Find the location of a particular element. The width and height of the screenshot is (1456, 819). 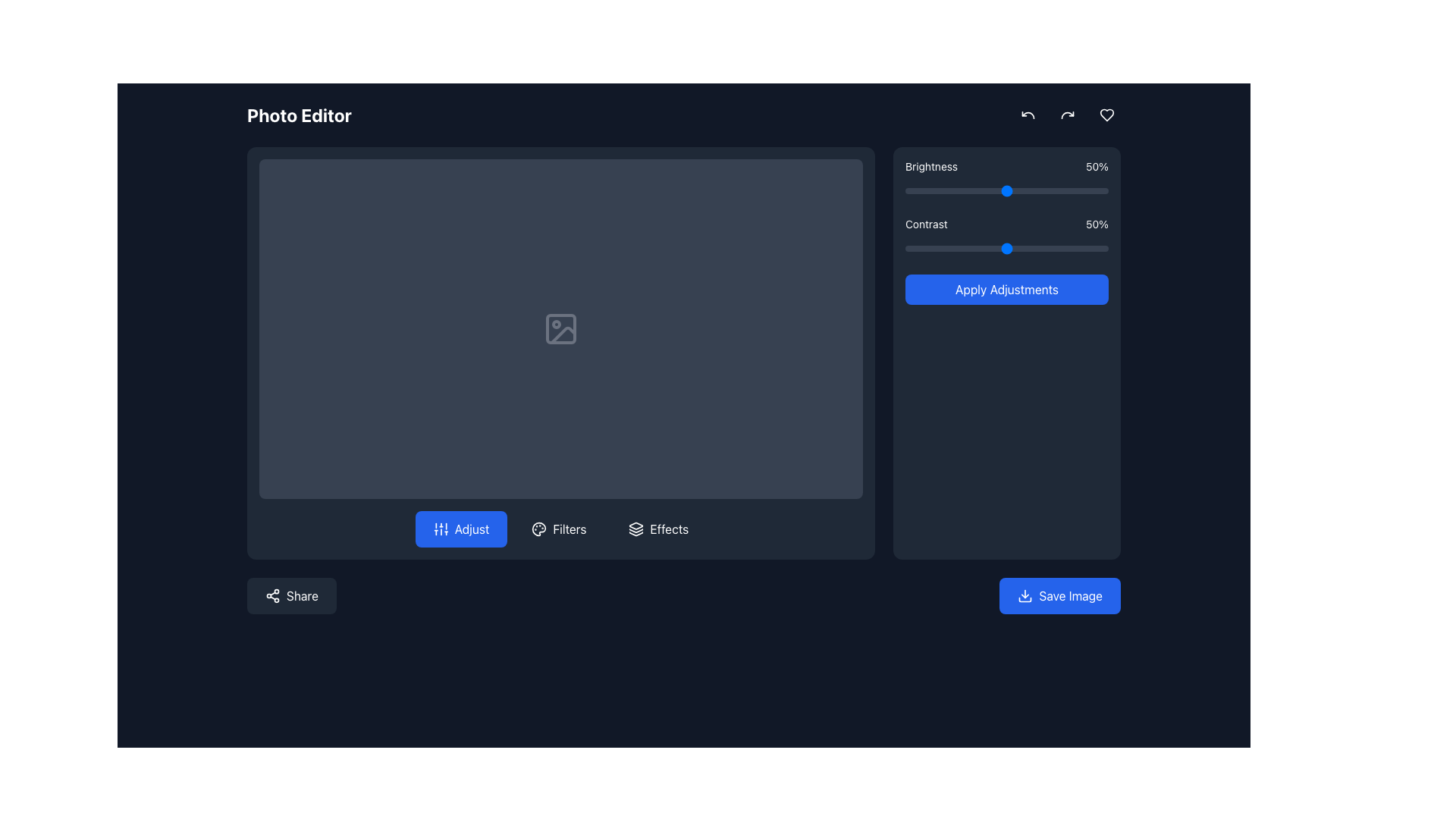

the contrast is located at coordinates (972, 247).